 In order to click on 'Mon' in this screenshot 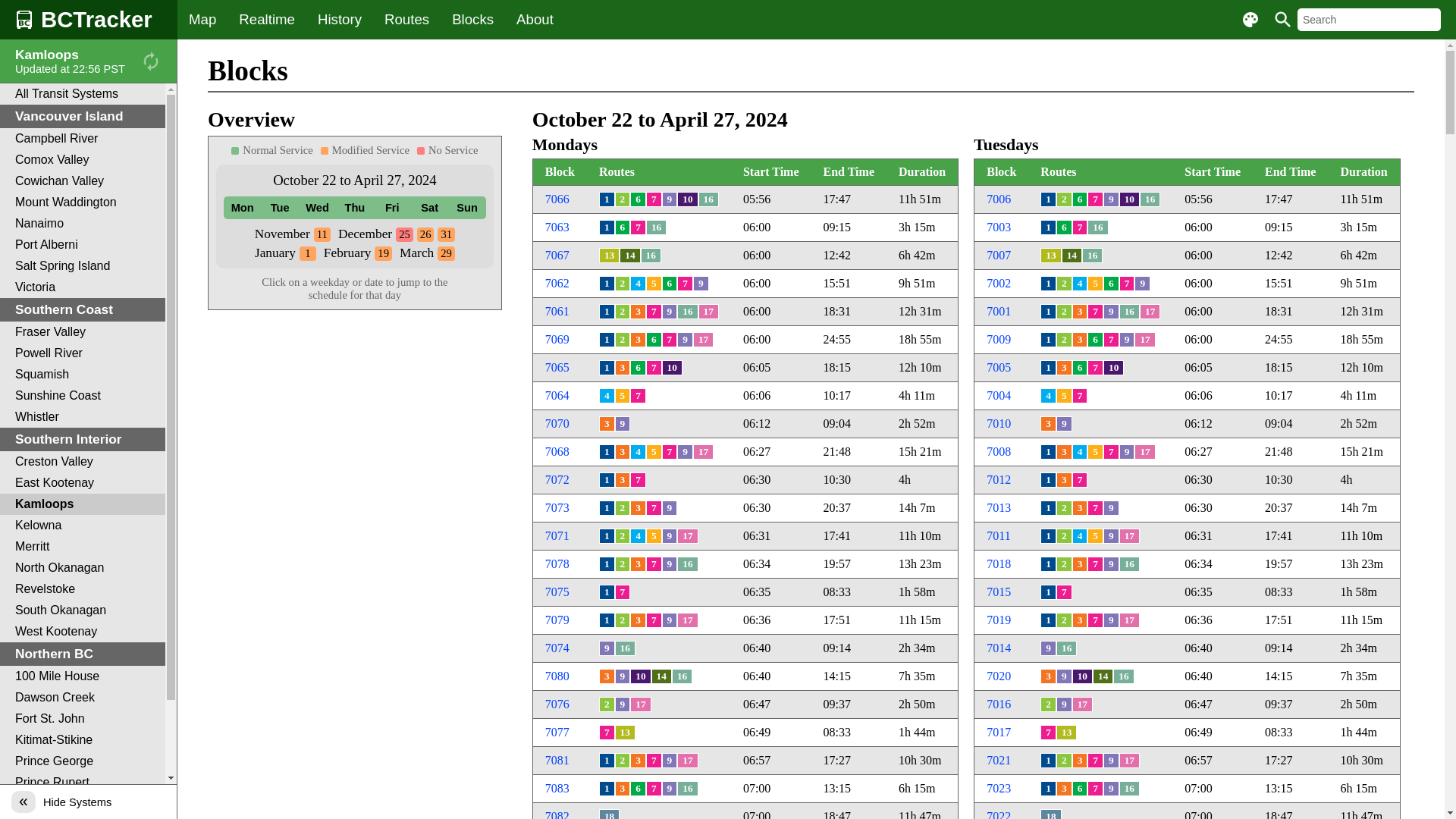, I will do `click(241, 207)`.